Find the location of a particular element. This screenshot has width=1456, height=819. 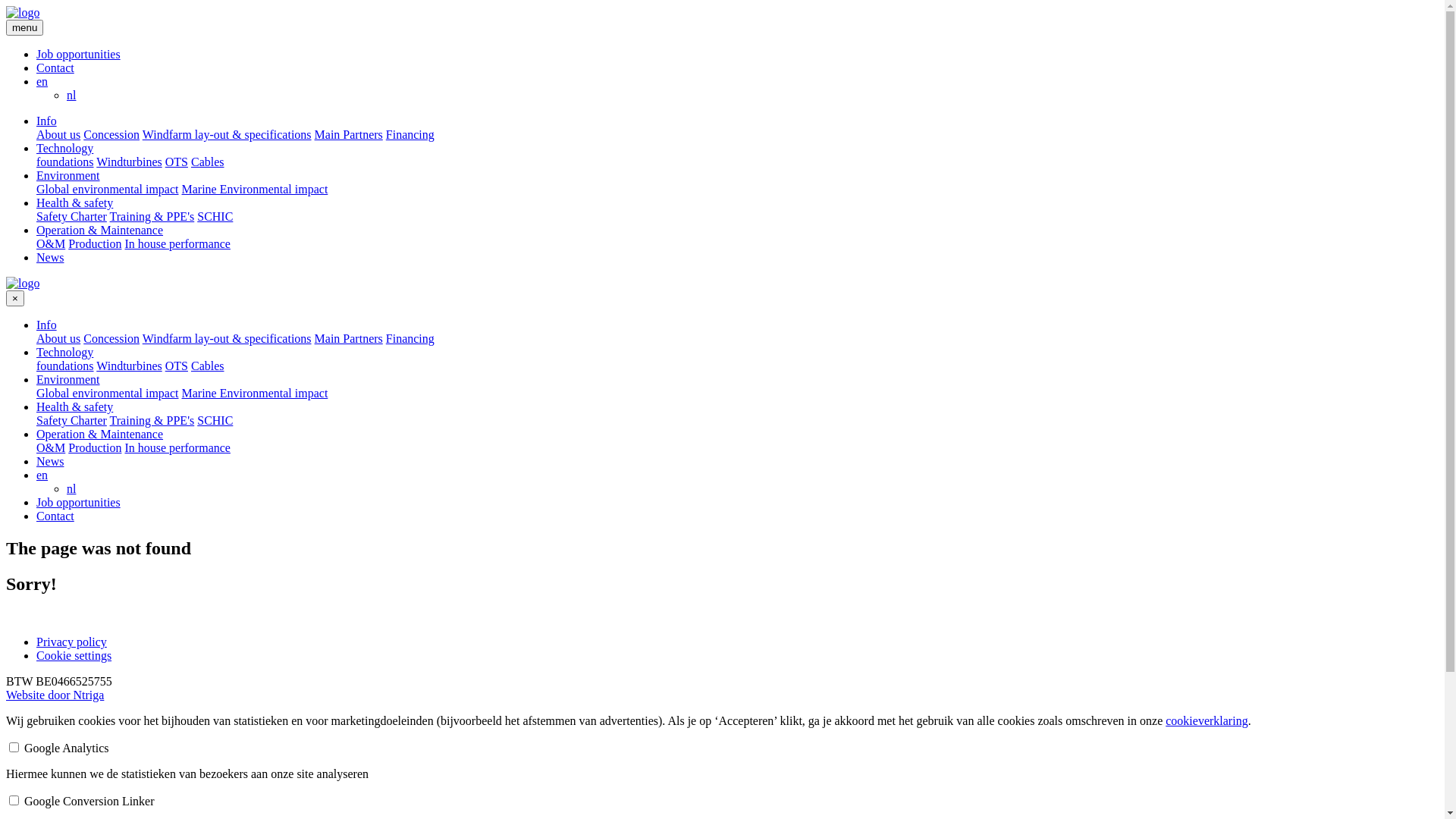

'O&M' is located at coordinates (51, 447).